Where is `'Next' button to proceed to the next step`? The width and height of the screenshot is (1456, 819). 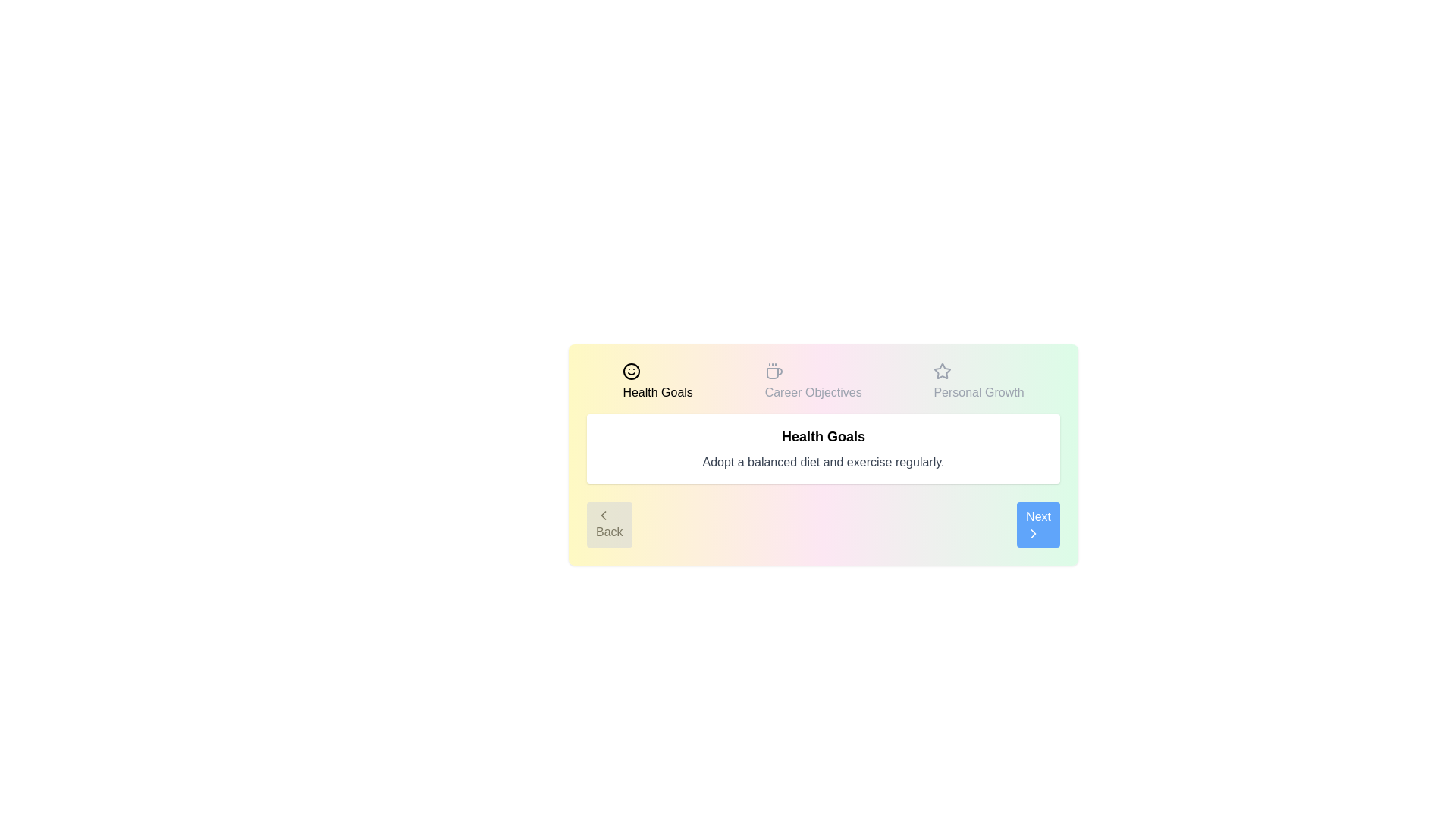 'Next' button to proceed to the next step is located at coordinates (1037, 523).